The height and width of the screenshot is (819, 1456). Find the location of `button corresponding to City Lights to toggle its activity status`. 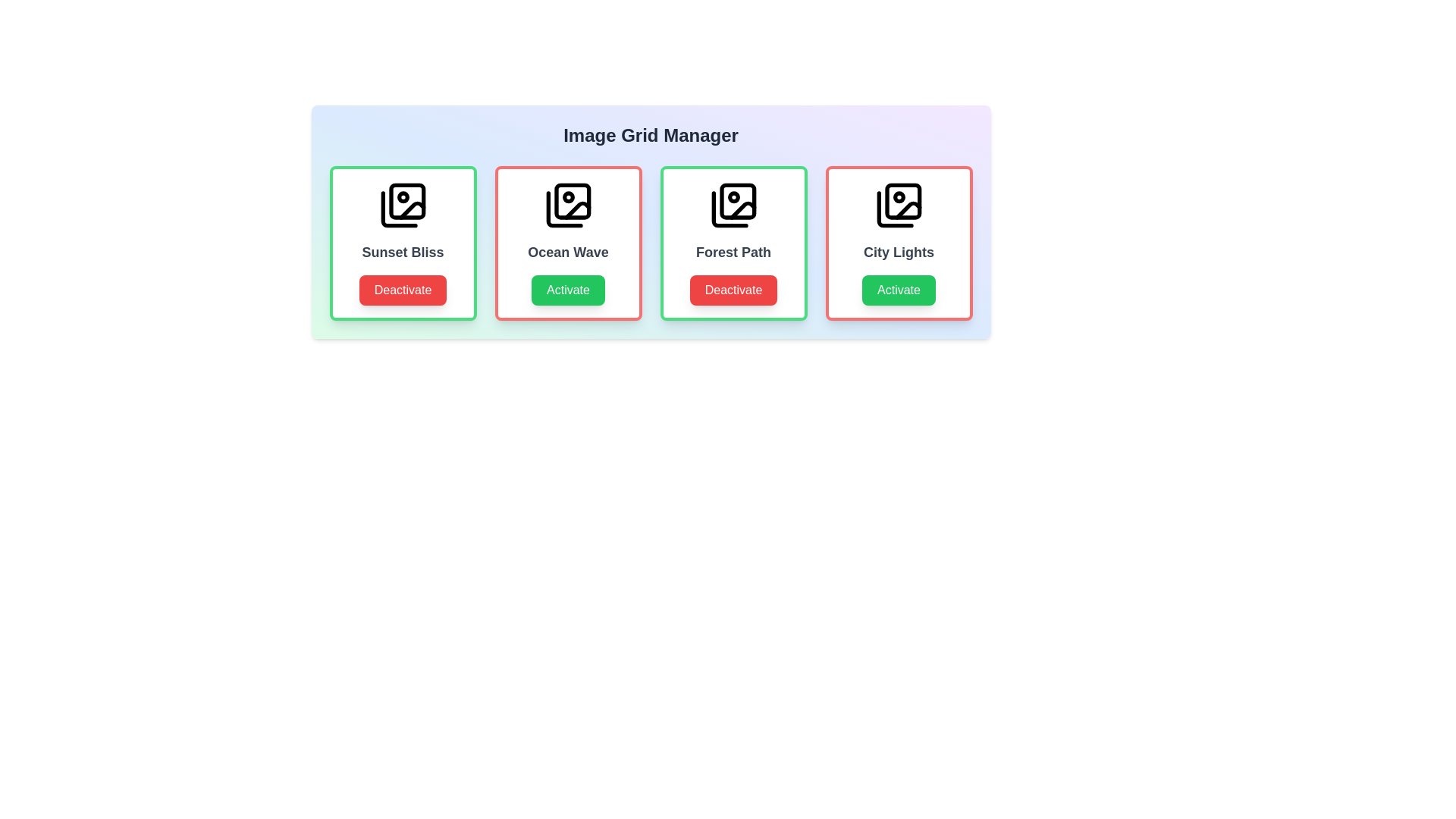

button corresponding to City Lights to toggle its activity status is located at coordinates (899, 290).